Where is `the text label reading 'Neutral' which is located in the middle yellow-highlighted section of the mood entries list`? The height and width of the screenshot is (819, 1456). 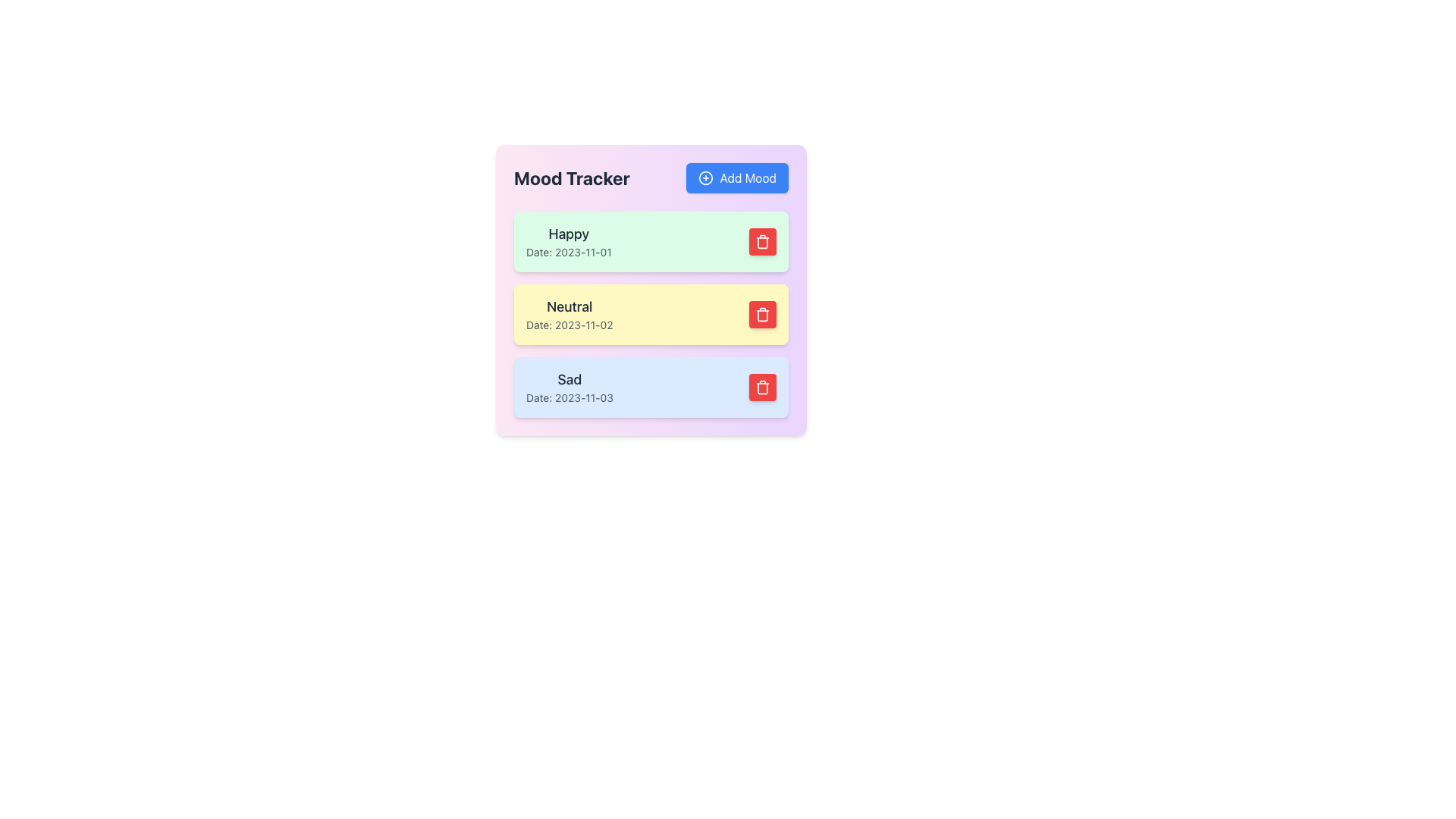 the text label reading 'Neutral' which is located in the middle yellow-highlighted section of the mood entries list is located at coordinates (569, 307).